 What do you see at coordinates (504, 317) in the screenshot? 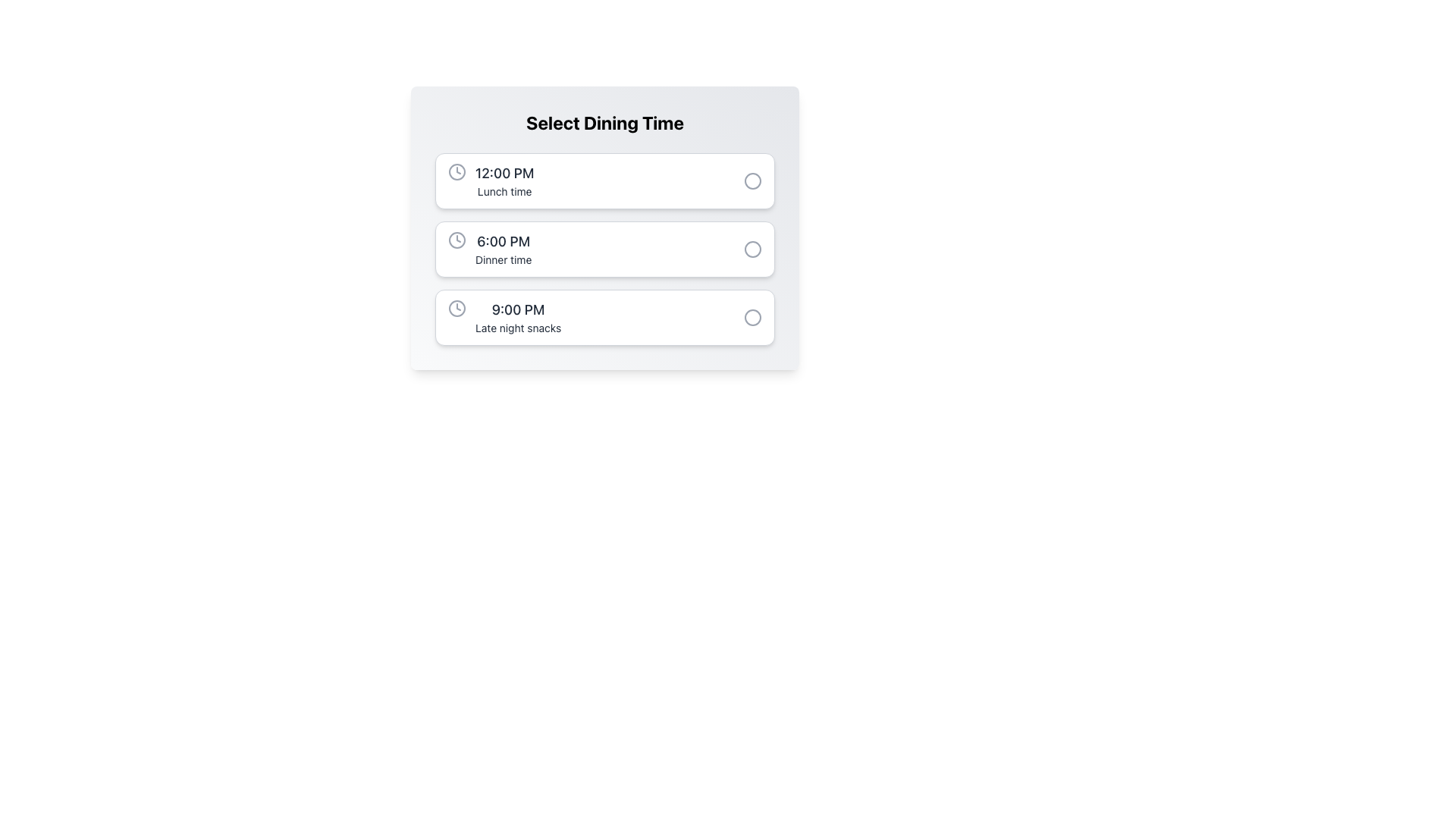
I see `the third selectable item in the 'Select Dining Time' list, which allows users to choose a specific time slot for an event` at bounding box center [504, 317].